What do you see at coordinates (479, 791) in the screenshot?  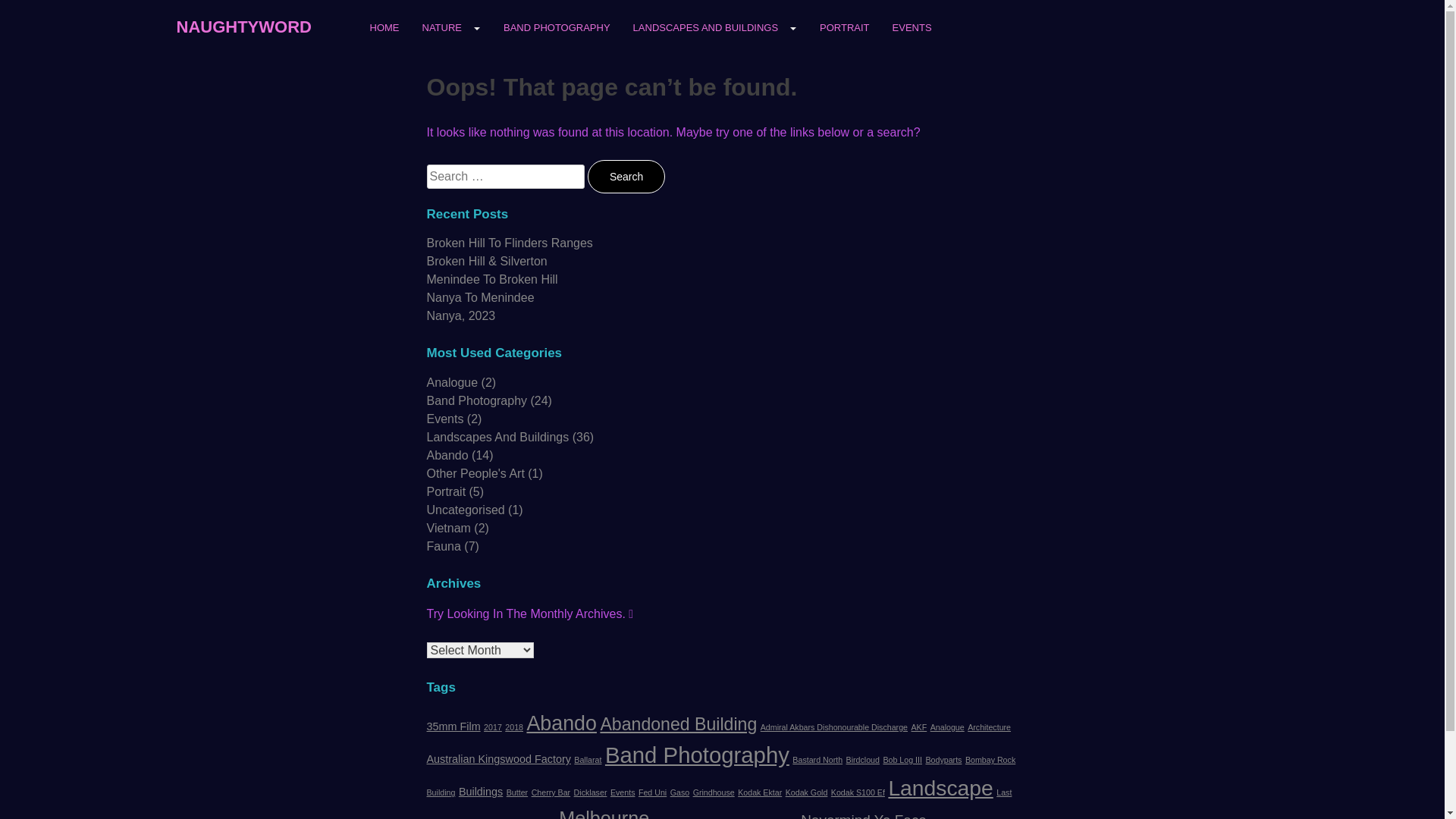 I see `'Buildings'` at bounding box center [479, 791].